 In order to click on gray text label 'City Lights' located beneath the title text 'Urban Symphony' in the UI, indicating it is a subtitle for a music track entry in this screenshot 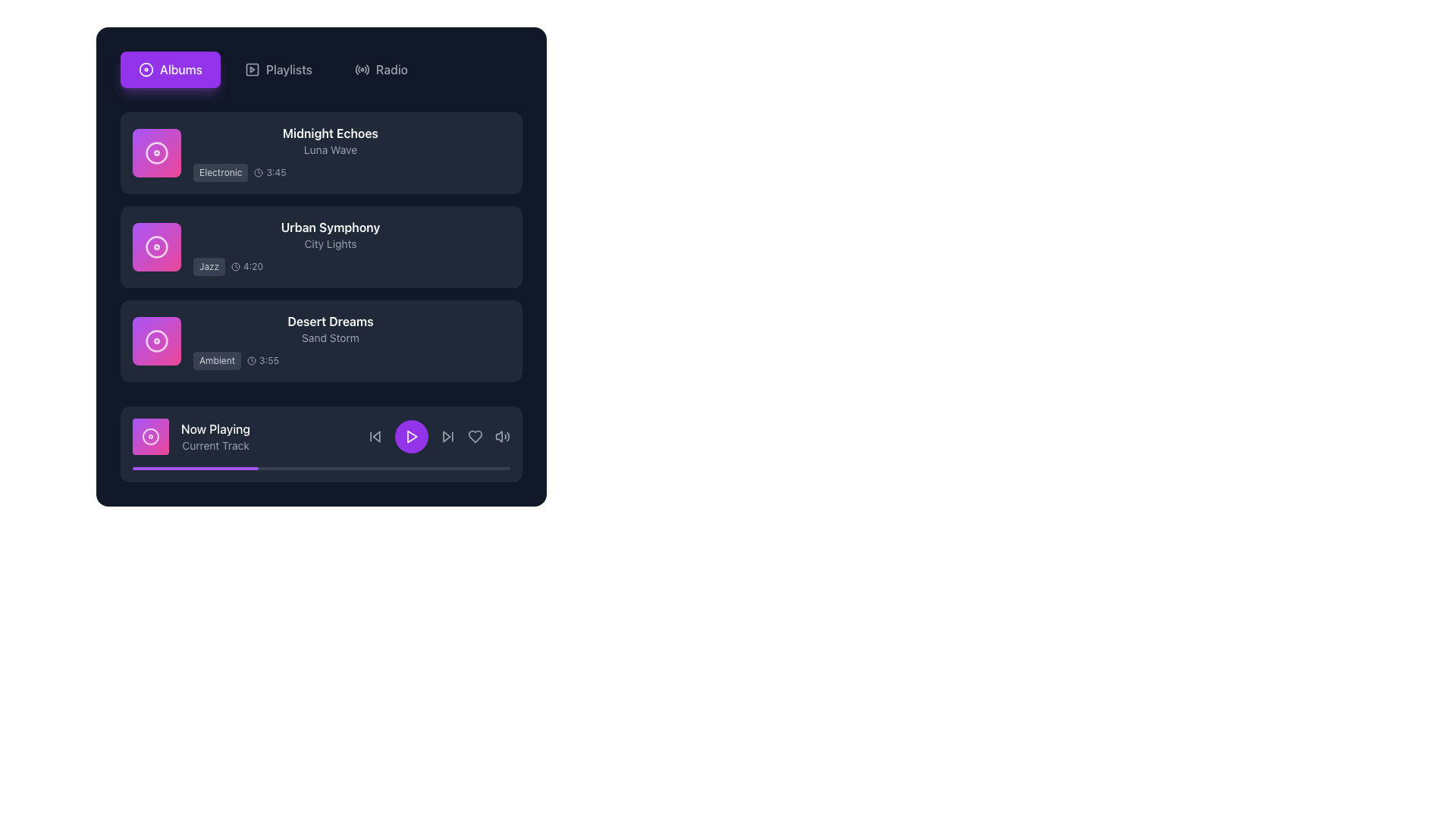, I will do `click(330, 243)`.